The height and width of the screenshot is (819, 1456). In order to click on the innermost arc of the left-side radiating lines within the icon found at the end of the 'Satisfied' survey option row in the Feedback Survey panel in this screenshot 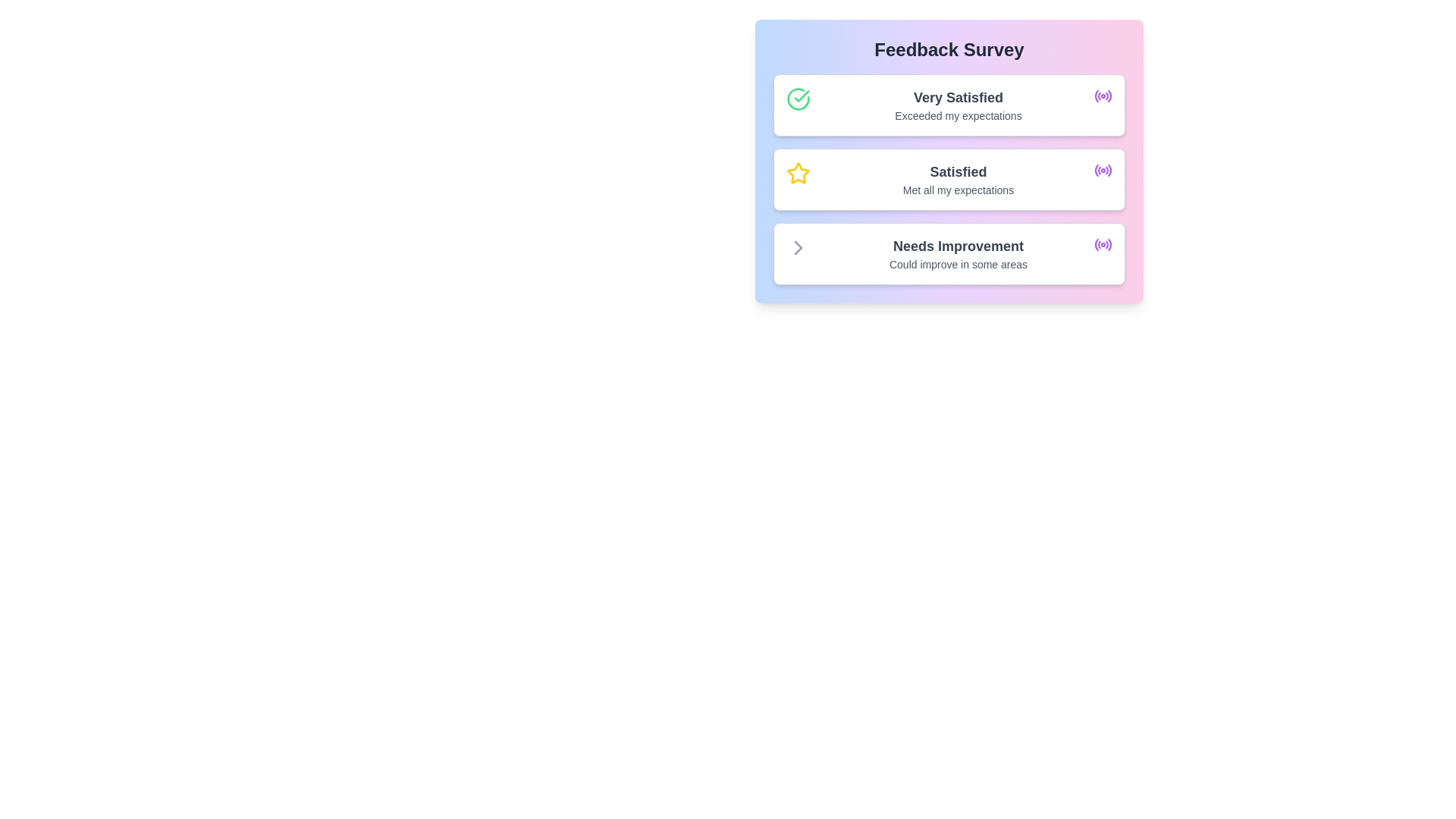, I will do `click(1097, 170)`.